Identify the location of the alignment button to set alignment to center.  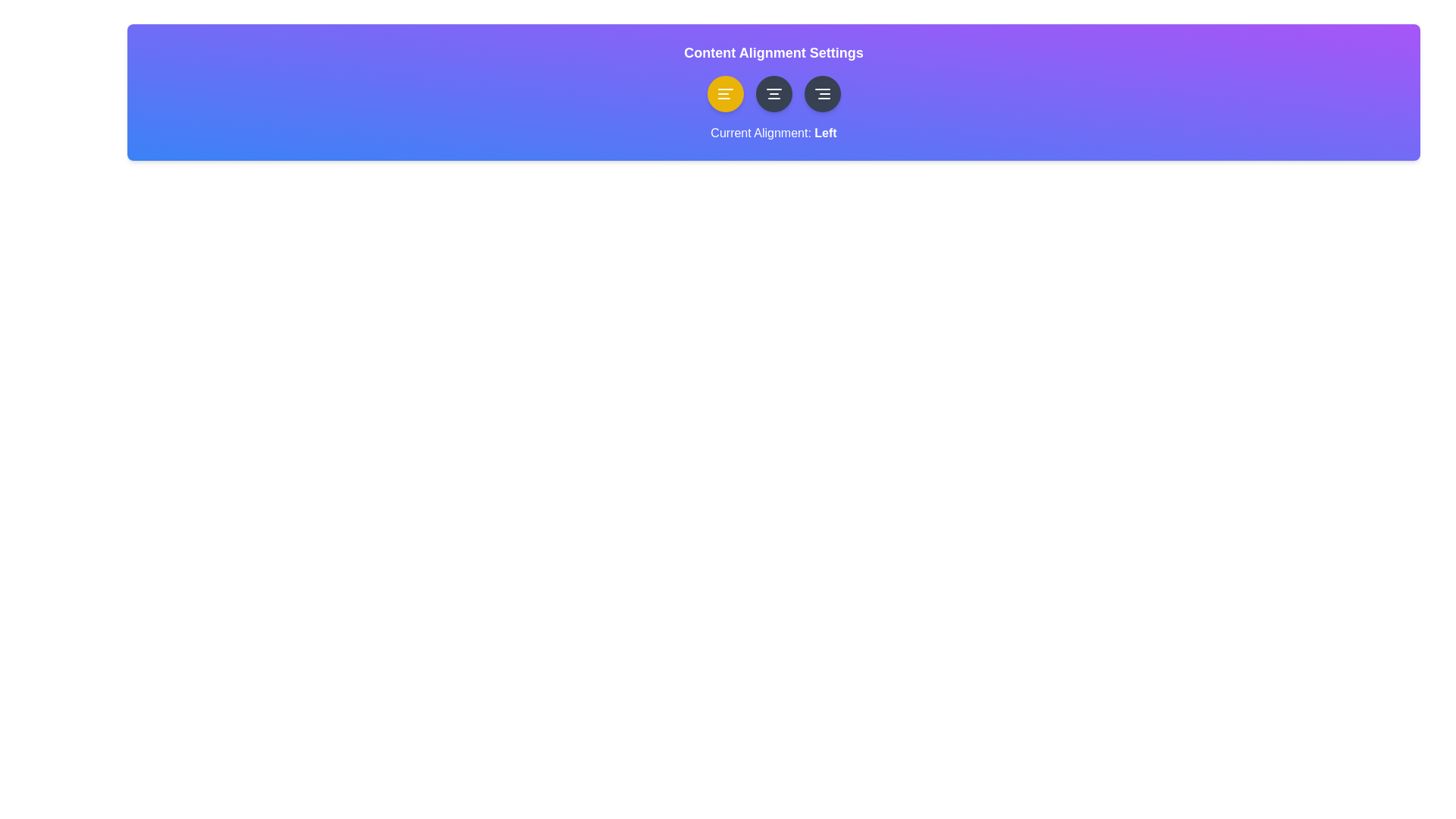
(773, 93).